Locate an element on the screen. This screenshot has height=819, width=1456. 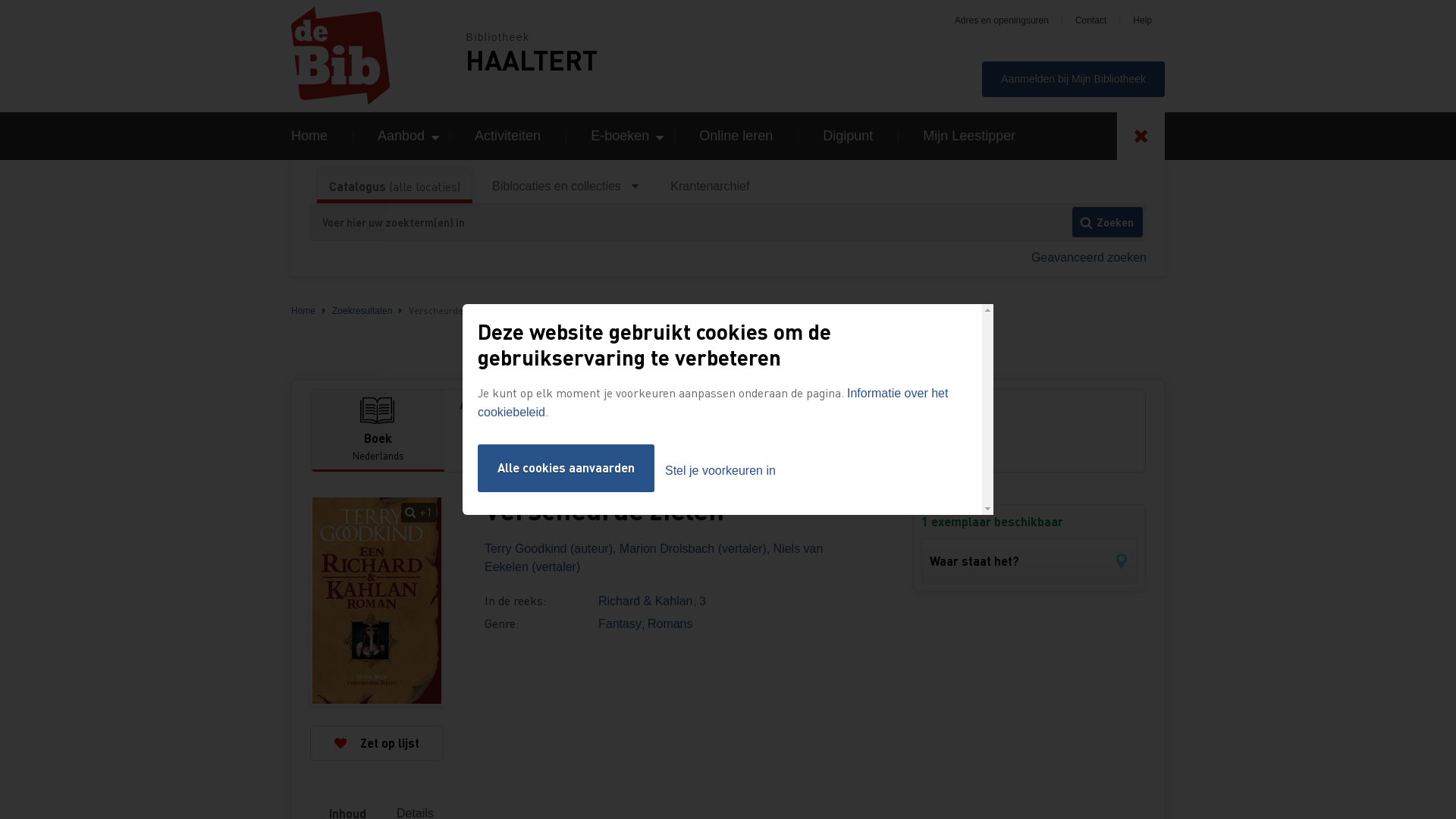
'Waar staat het?' is located at coordinates (920, 561).